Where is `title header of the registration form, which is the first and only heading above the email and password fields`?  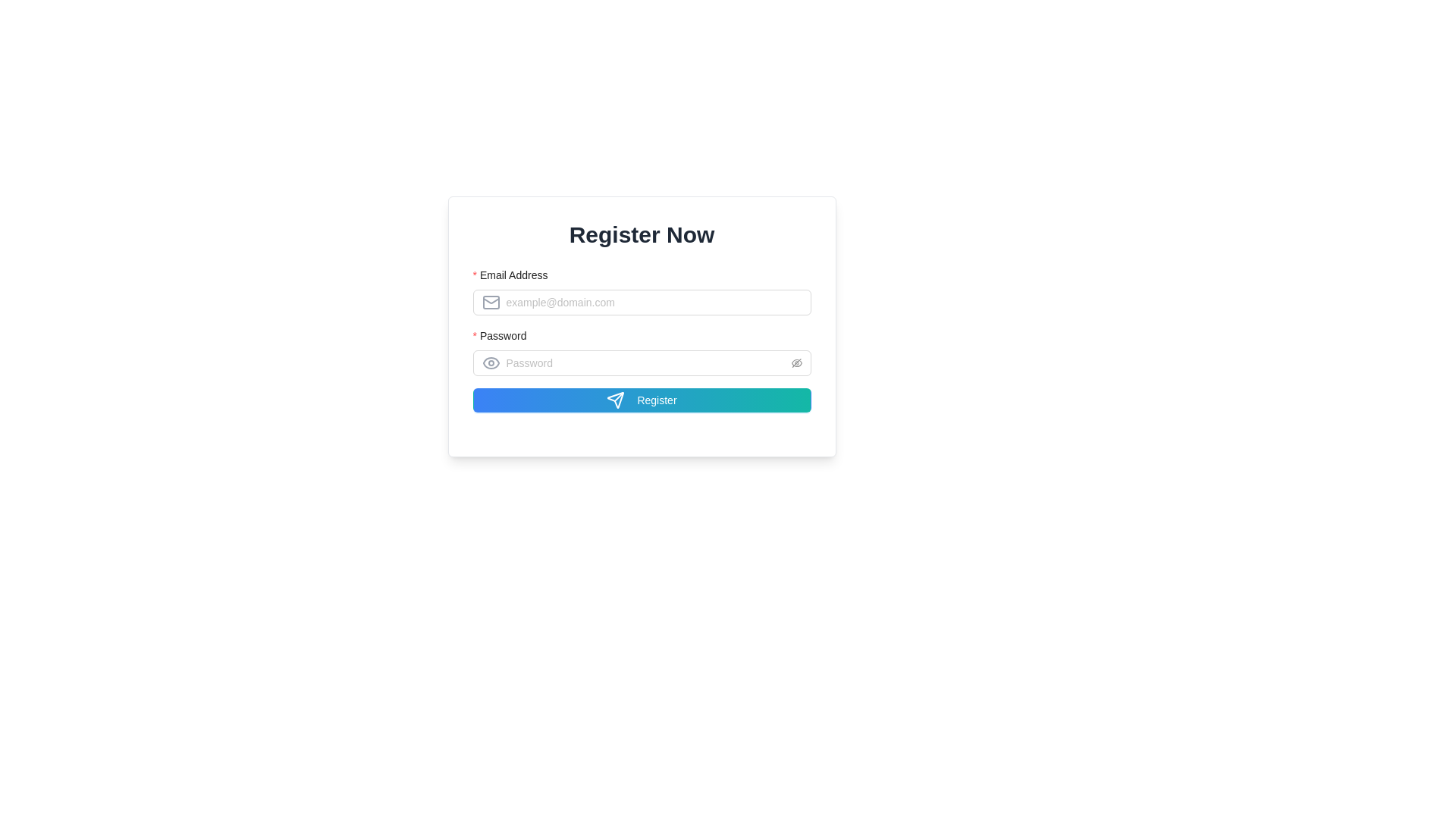
title header of the registration form, which is the first and only heading above the email and password fields is located at coordinates (642, 234).